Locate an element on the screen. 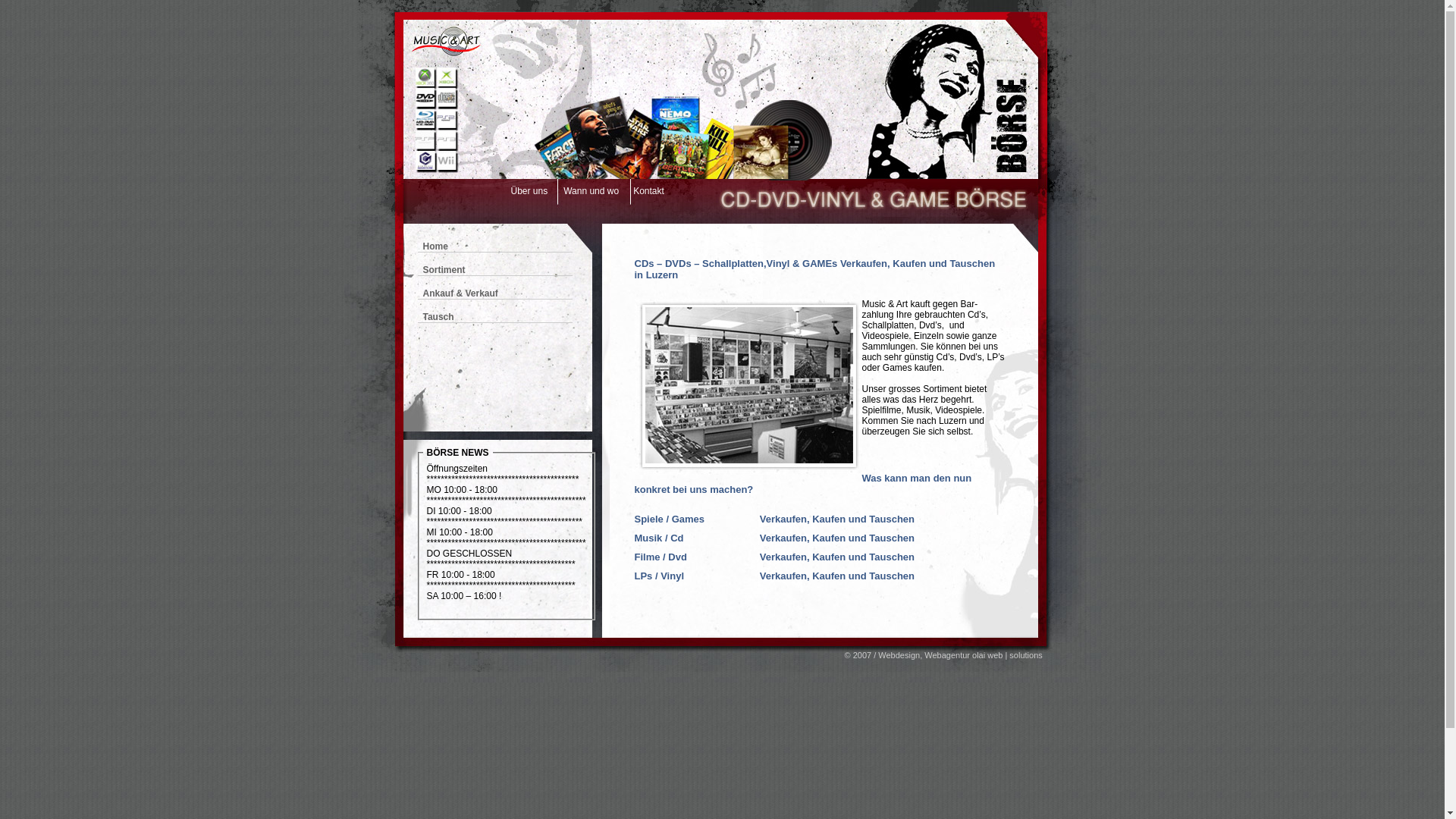  'Kontakt' is located at coordinates (648, 190).